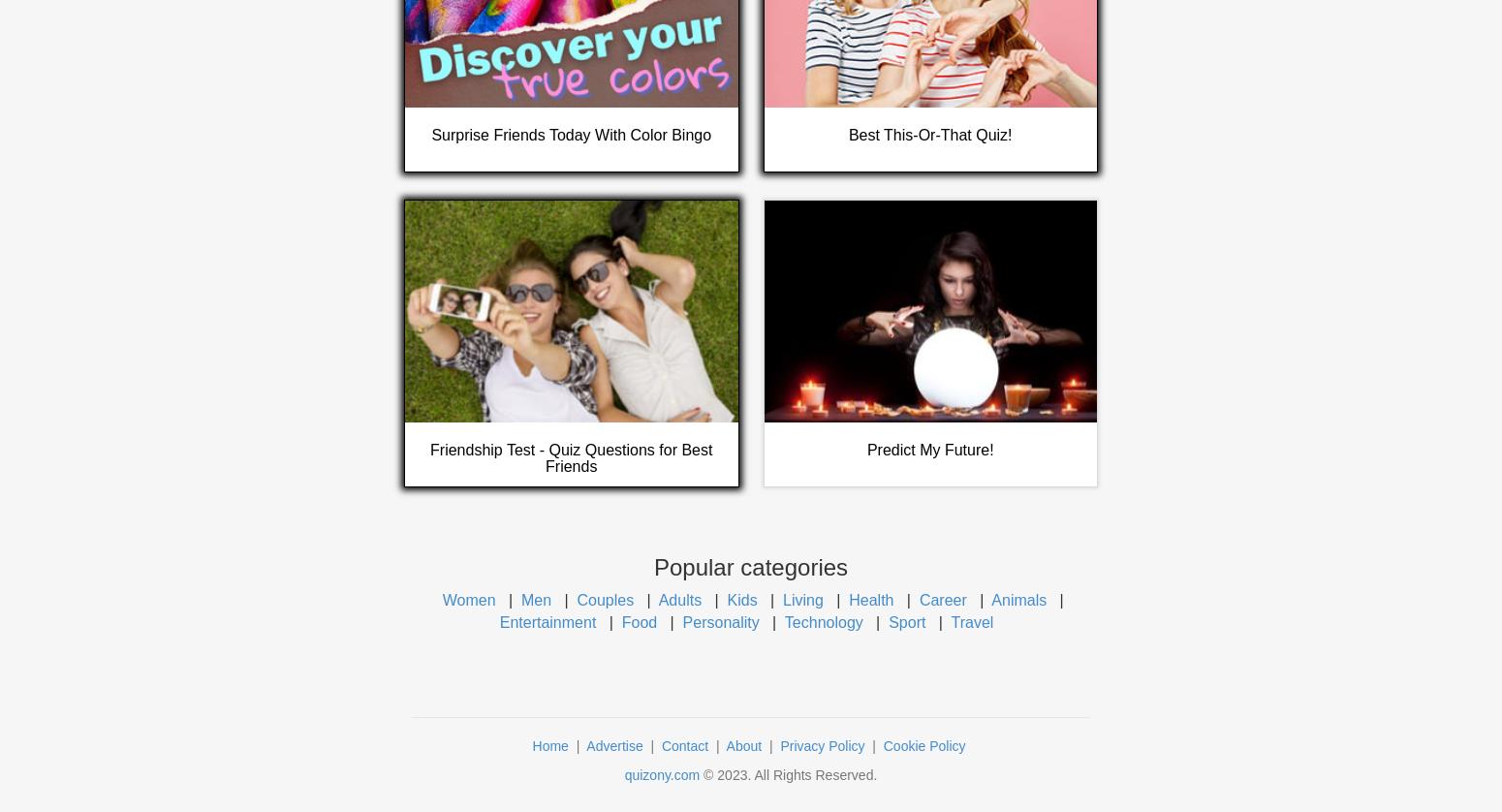  Describe the element at coordinates (745, 744) in the screenshot. I see `'About'` at that location.